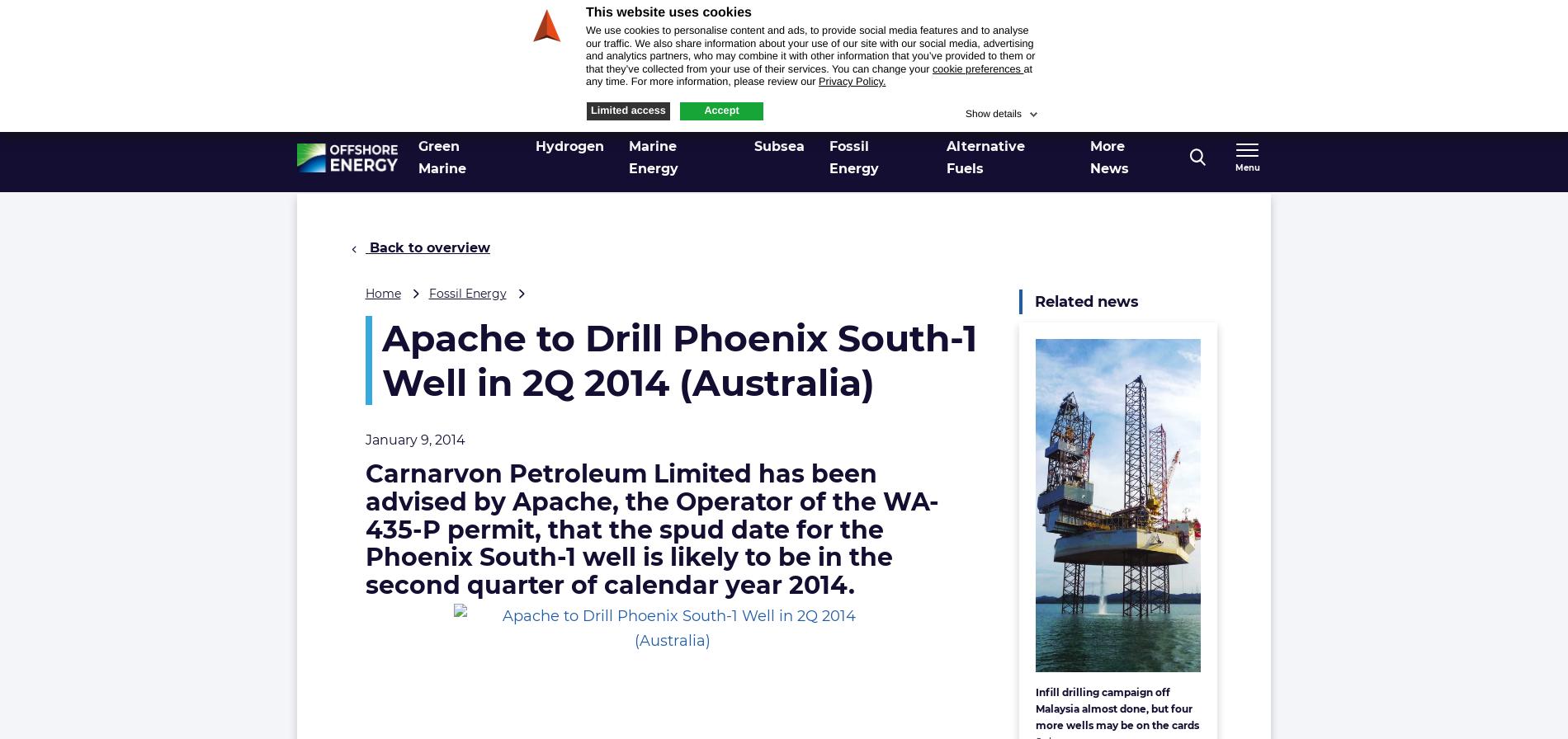 The image size is (1568, 739). What do you see at coordinates (1047, 75) in the screenshot?
I see `'Advertisement'` at bounding box center [1047, 75].